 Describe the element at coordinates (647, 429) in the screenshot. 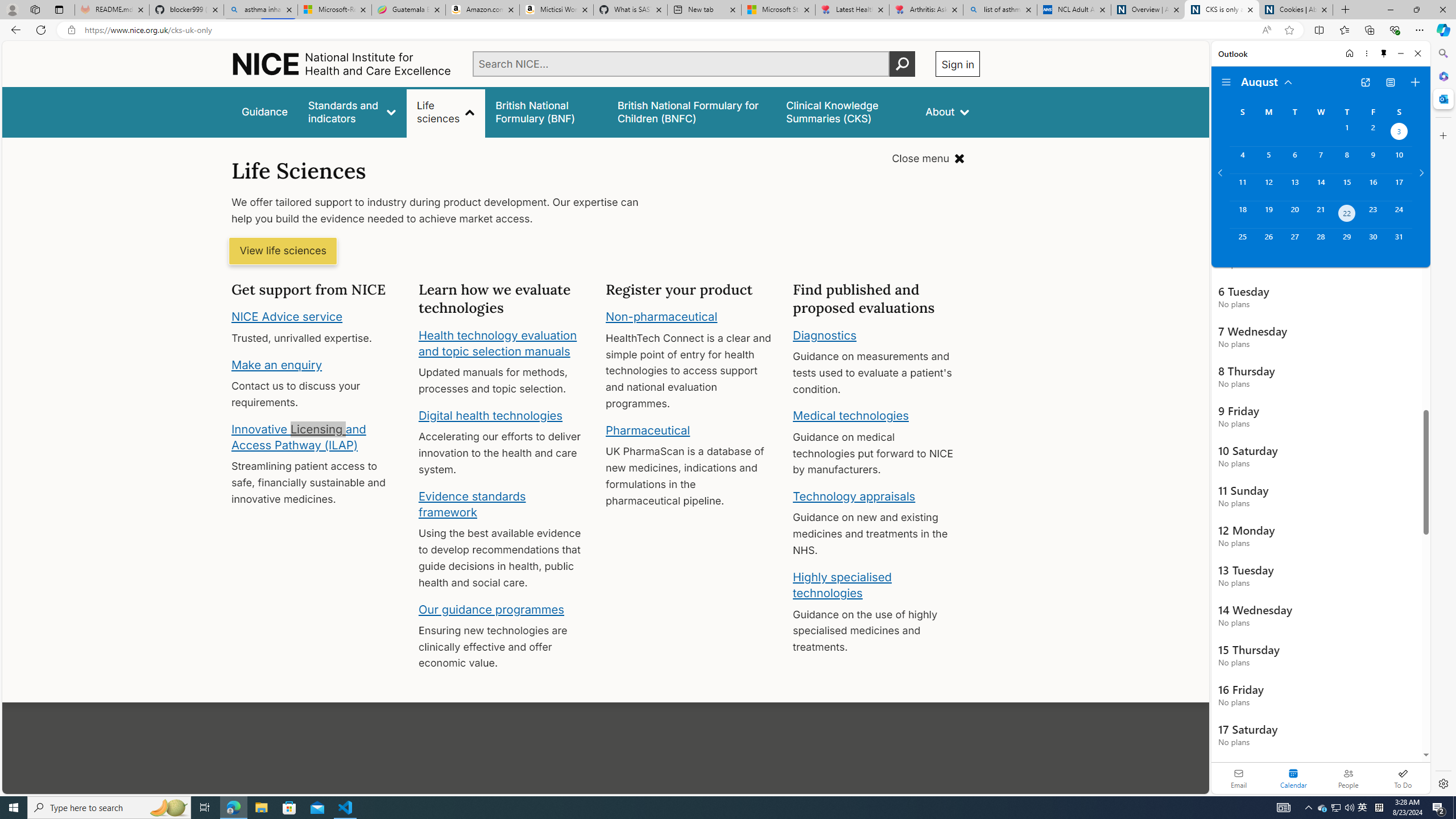

I see `'Pharmaceutical'` at that location.